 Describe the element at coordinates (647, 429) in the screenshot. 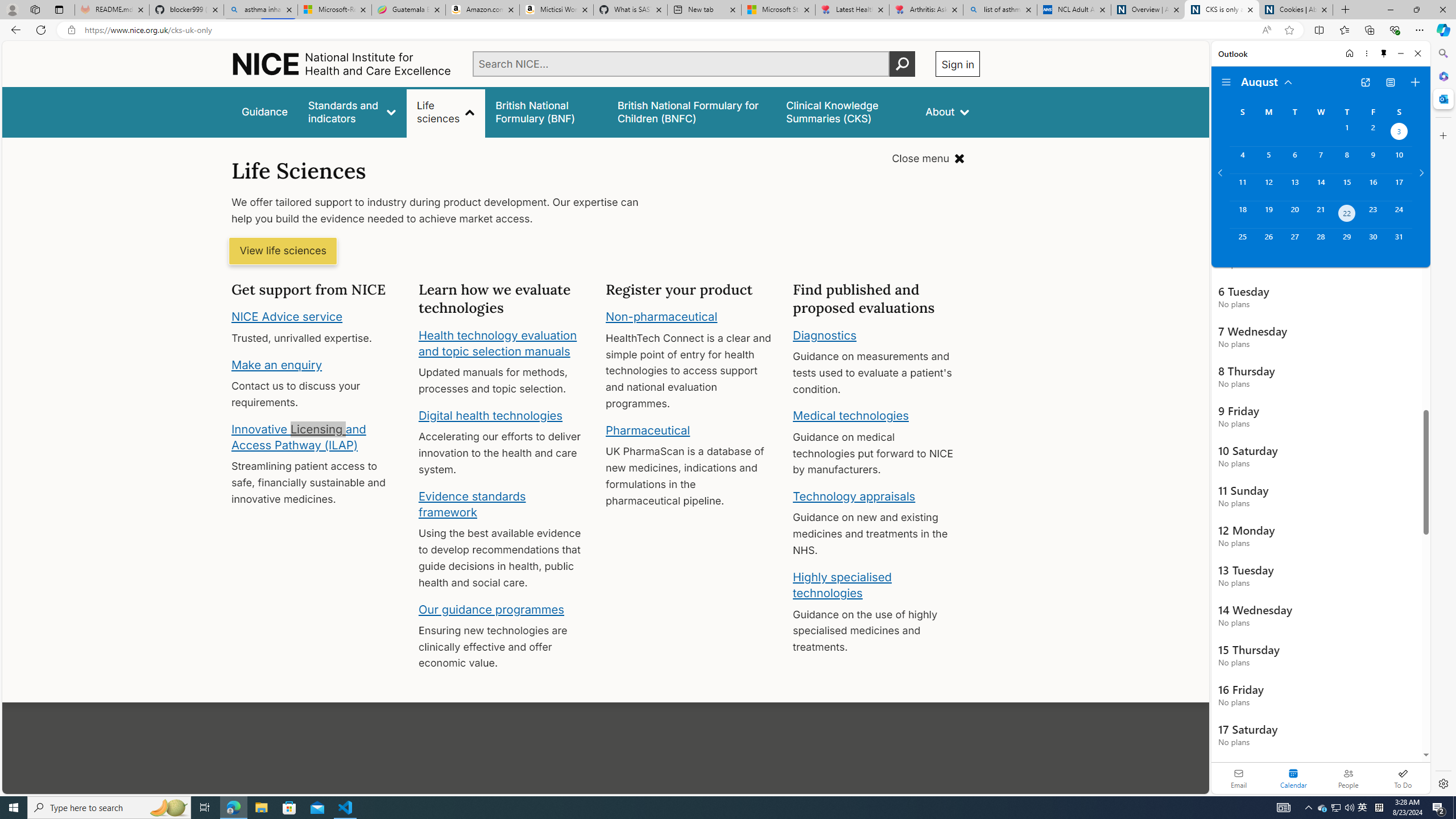

I see `'Pharmaceutical'` at that location.